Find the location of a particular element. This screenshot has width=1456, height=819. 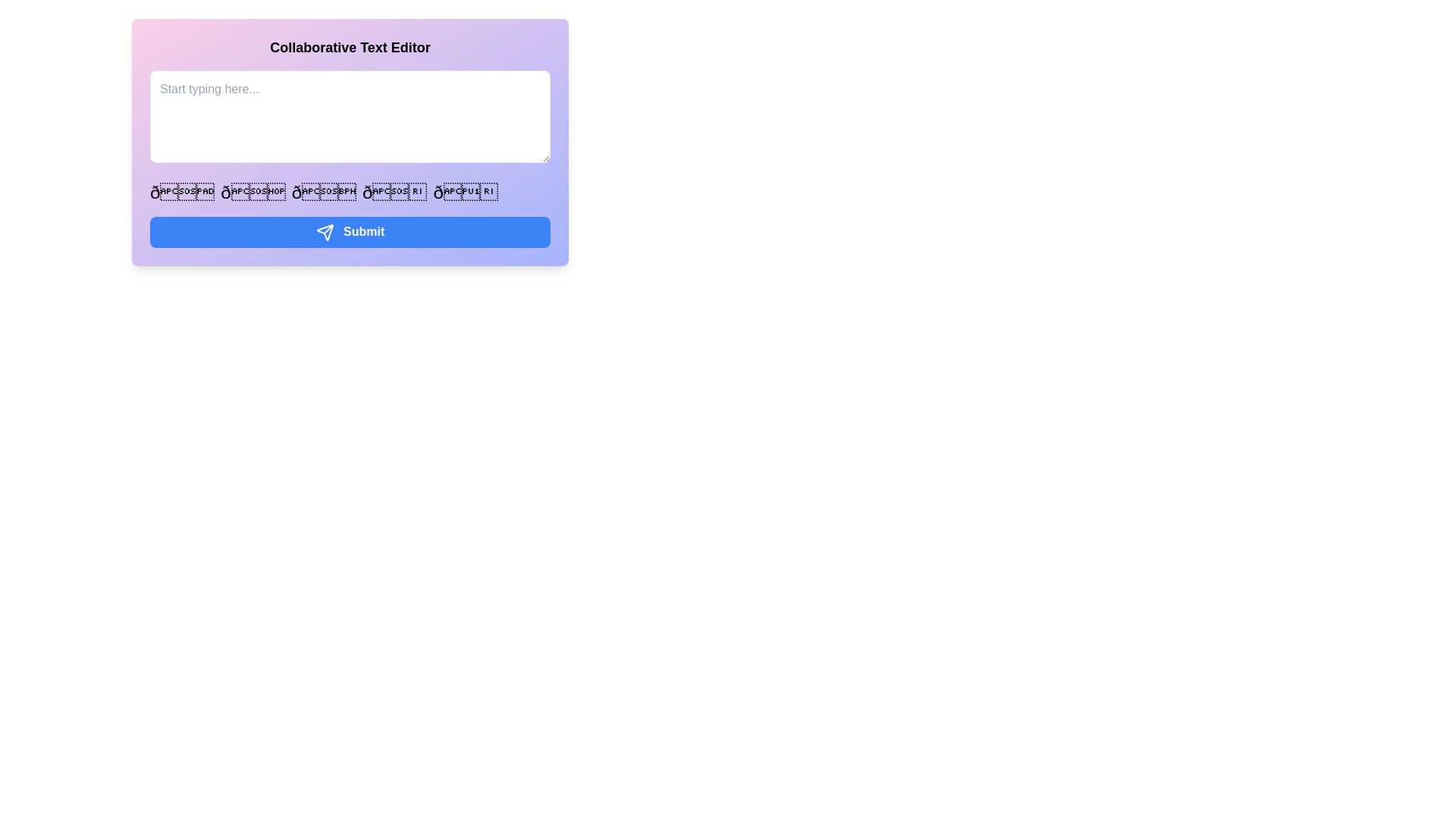

the paper plane icon within the 'Submit' button, which is located at the bottom center of the interface is located at coordinates (324, 232).